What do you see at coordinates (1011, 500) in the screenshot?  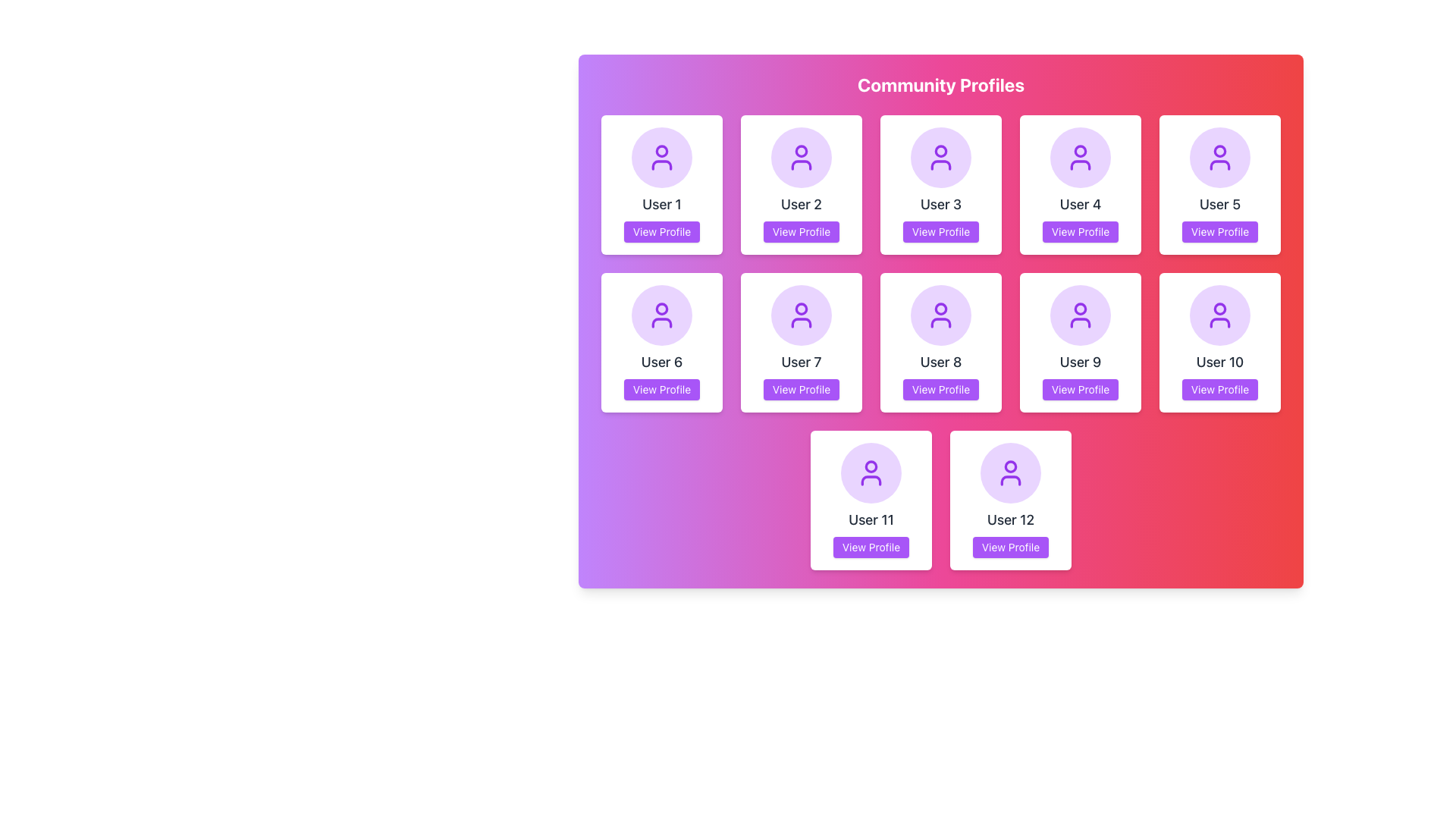 I see `displayed user information from the user profile card showing 'User 12' and the 'View Profile' button, which is the twelfth card in a 4x3 grid layout` at bounding box center [1011, 500].